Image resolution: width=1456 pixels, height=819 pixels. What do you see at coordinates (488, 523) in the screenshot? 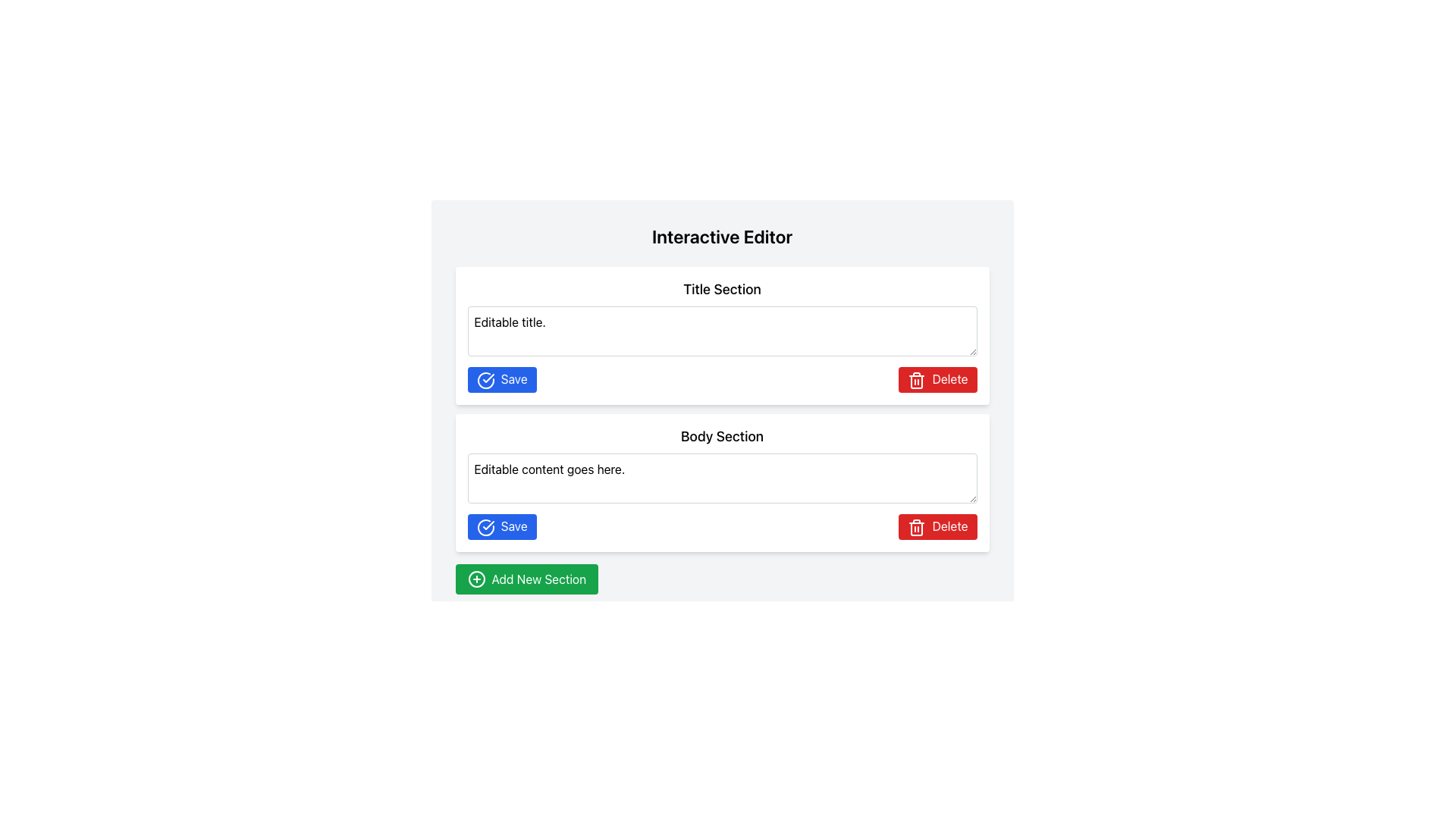
I see `the checkmark icon located within a circular graphic adjacent to the 'Save' button to indicate its success or readiness state` at bounding box center [488, 523].